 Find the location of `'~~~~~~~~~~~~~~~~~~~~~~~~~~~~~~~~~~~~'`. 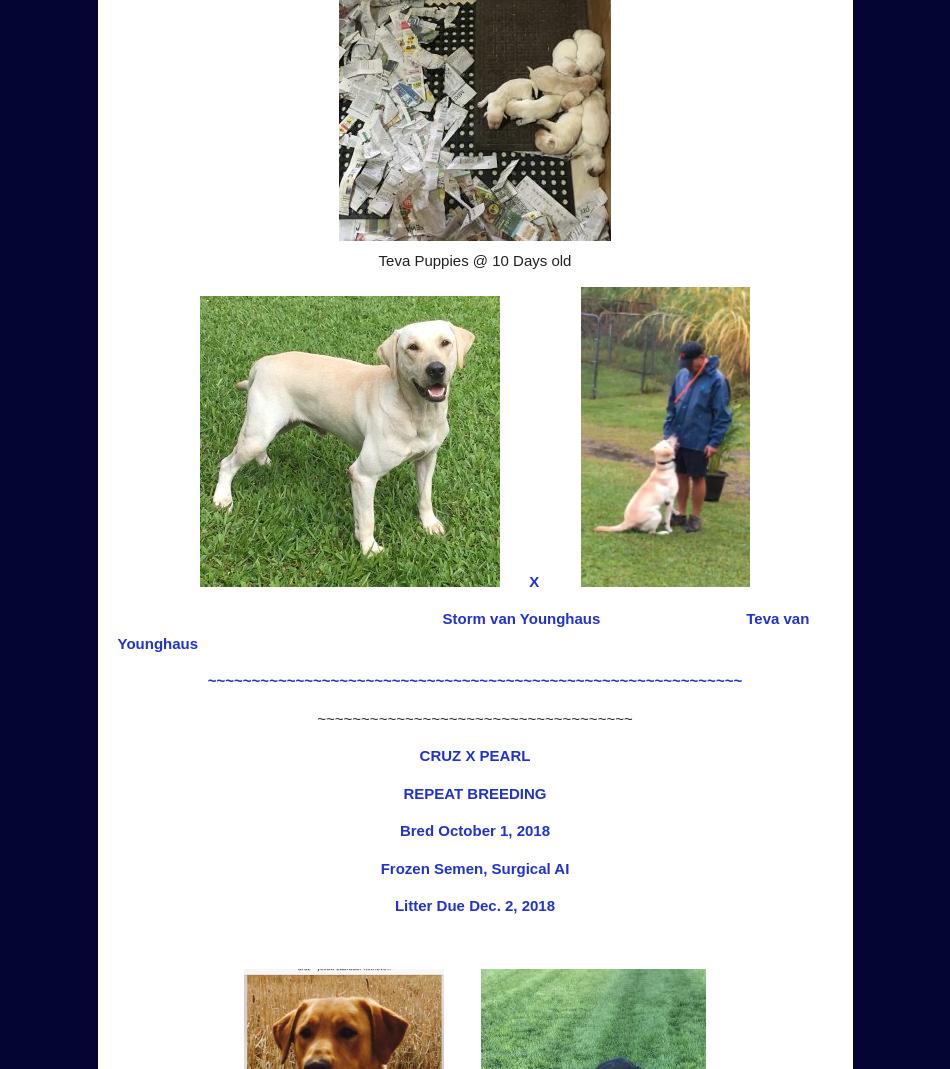

'~~~~~~~~~~~~~~~~~~~~~~~~~~~~~~~~~~~~' is located at coordinates (473, 716).